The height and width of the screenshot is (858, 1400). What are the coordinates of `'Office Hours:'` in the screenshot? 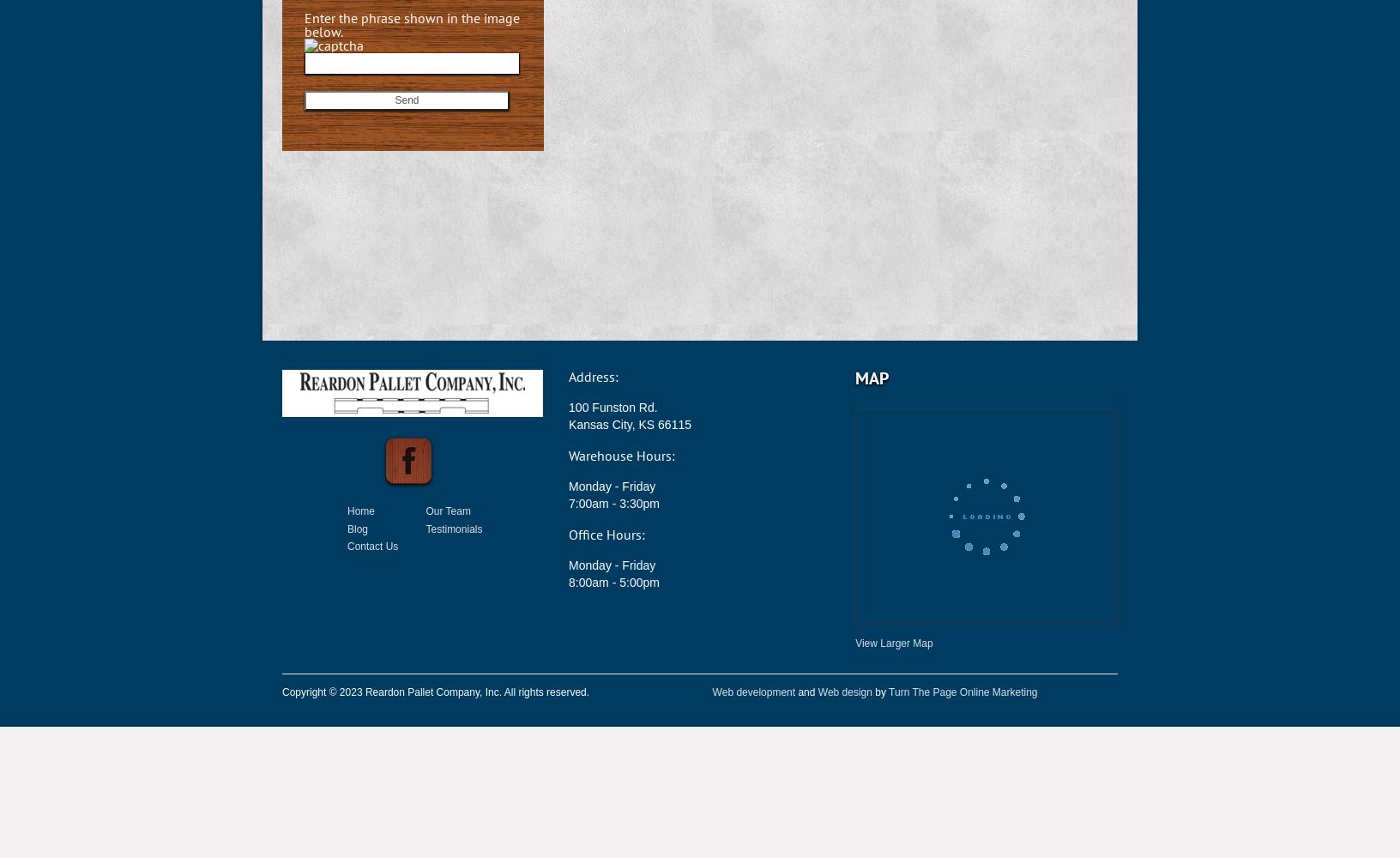 It's located at (606, 533).